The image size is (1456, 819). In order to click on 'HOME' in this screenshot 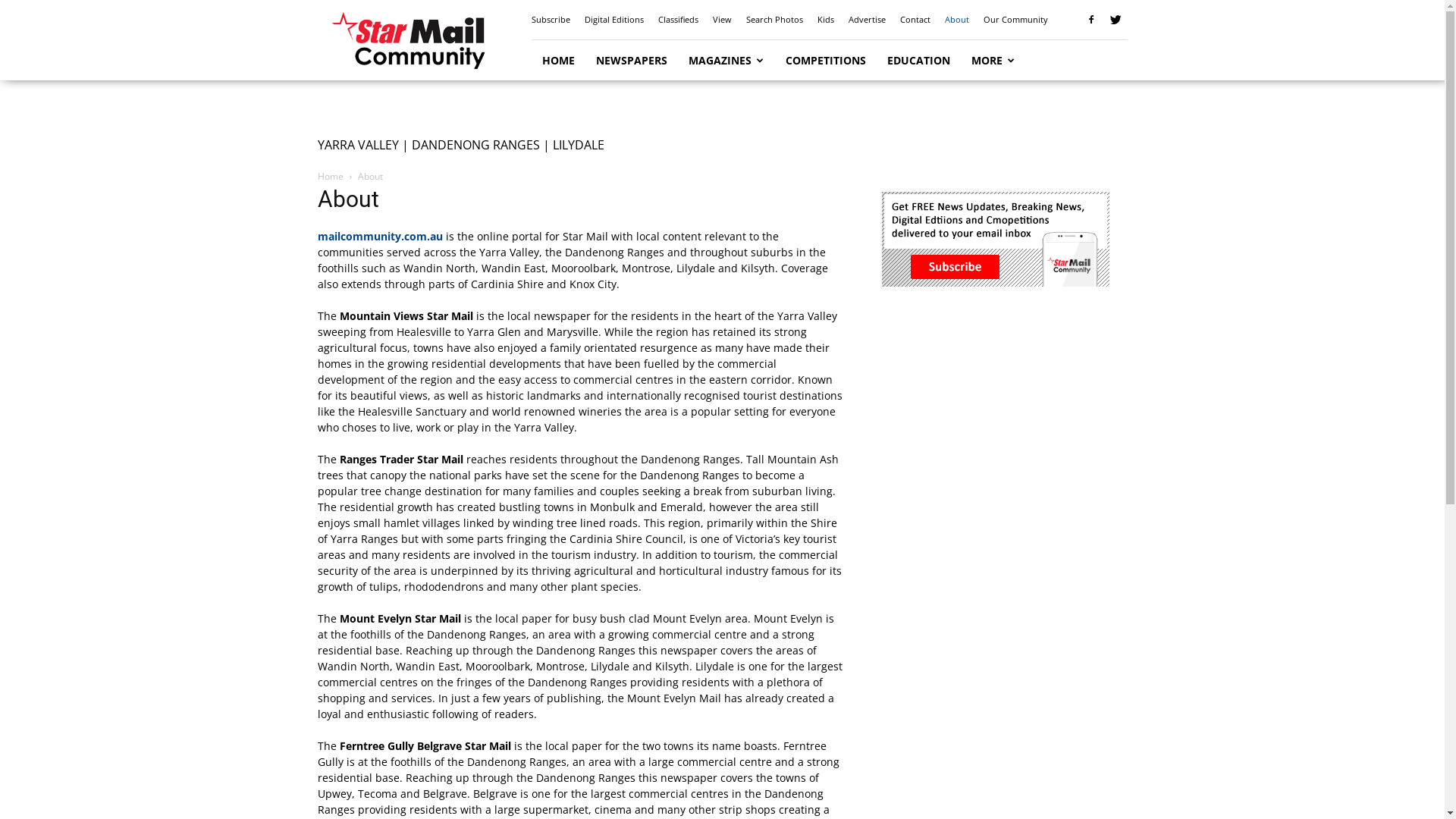, I will do `click(557, 59)`.